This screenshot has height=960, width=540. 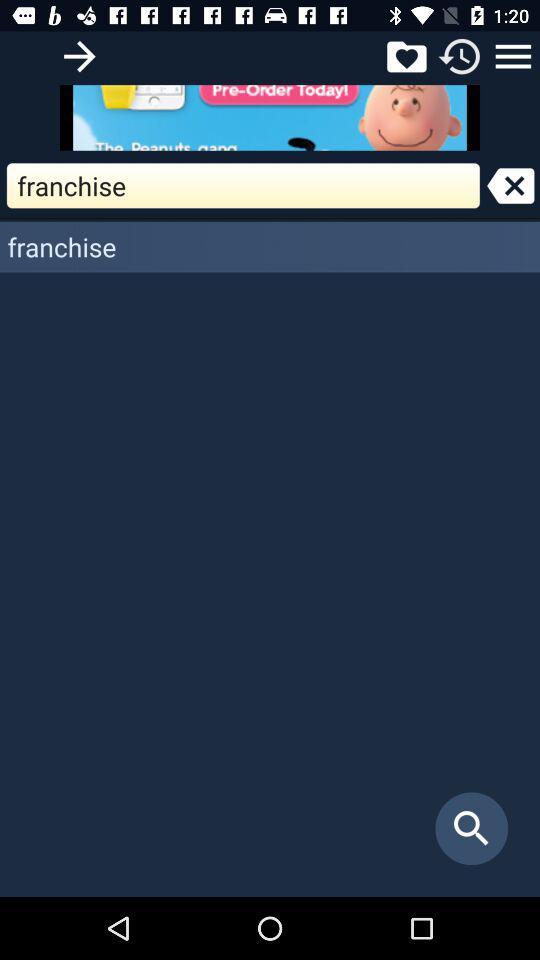 I want to click on advertisement, so click(x=270, y=117).